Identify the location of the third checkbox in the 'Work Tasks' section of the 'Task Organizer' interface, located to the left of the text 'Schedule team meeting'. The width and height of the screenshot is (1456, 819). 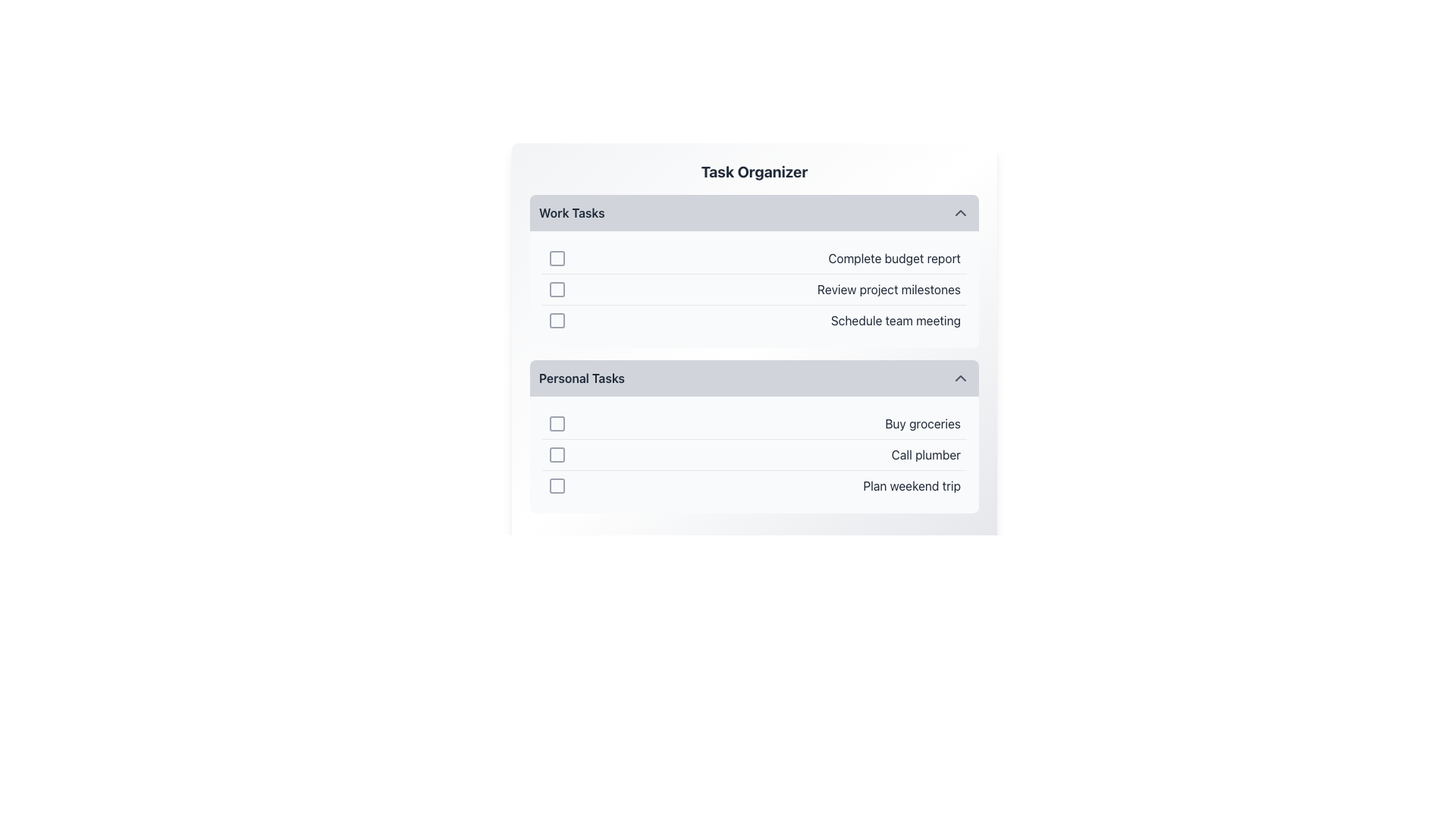
(556, 320).